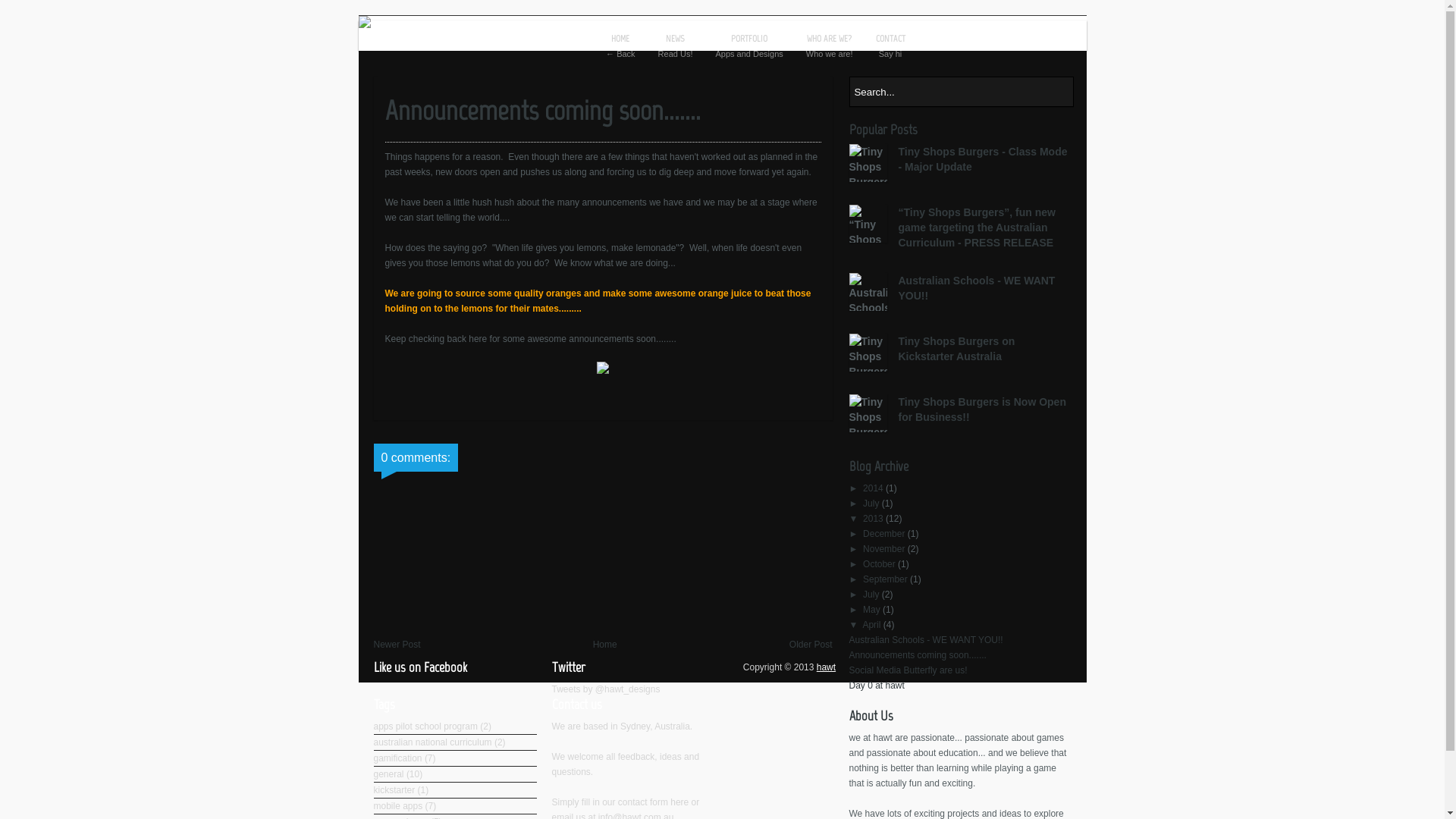  Describe the element at coordinates (873, 608) in the screenshot. I see `'May'` at that location.